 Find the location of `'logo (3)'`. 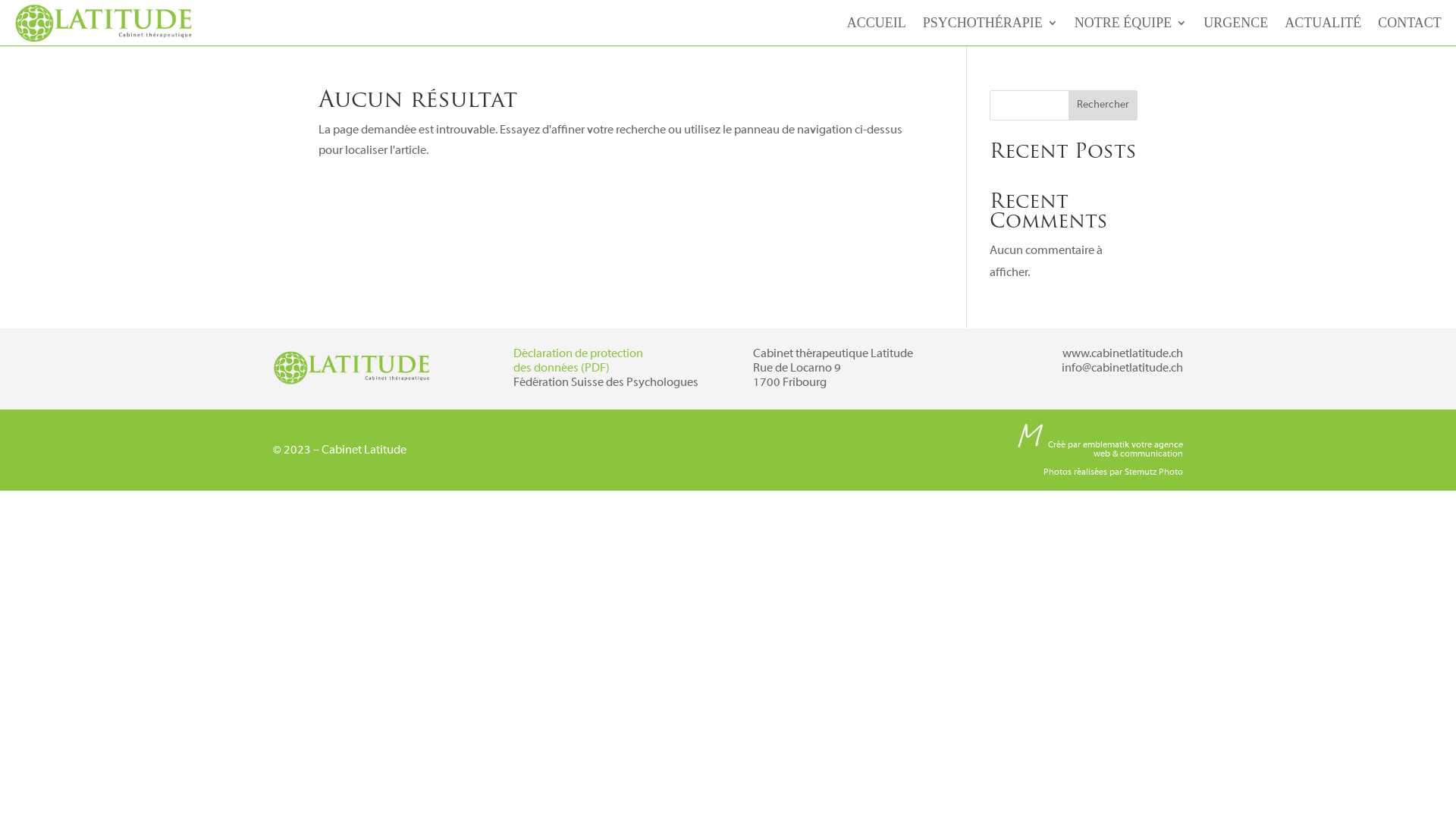

'logo (3)' is located at coordinates (352, 367).